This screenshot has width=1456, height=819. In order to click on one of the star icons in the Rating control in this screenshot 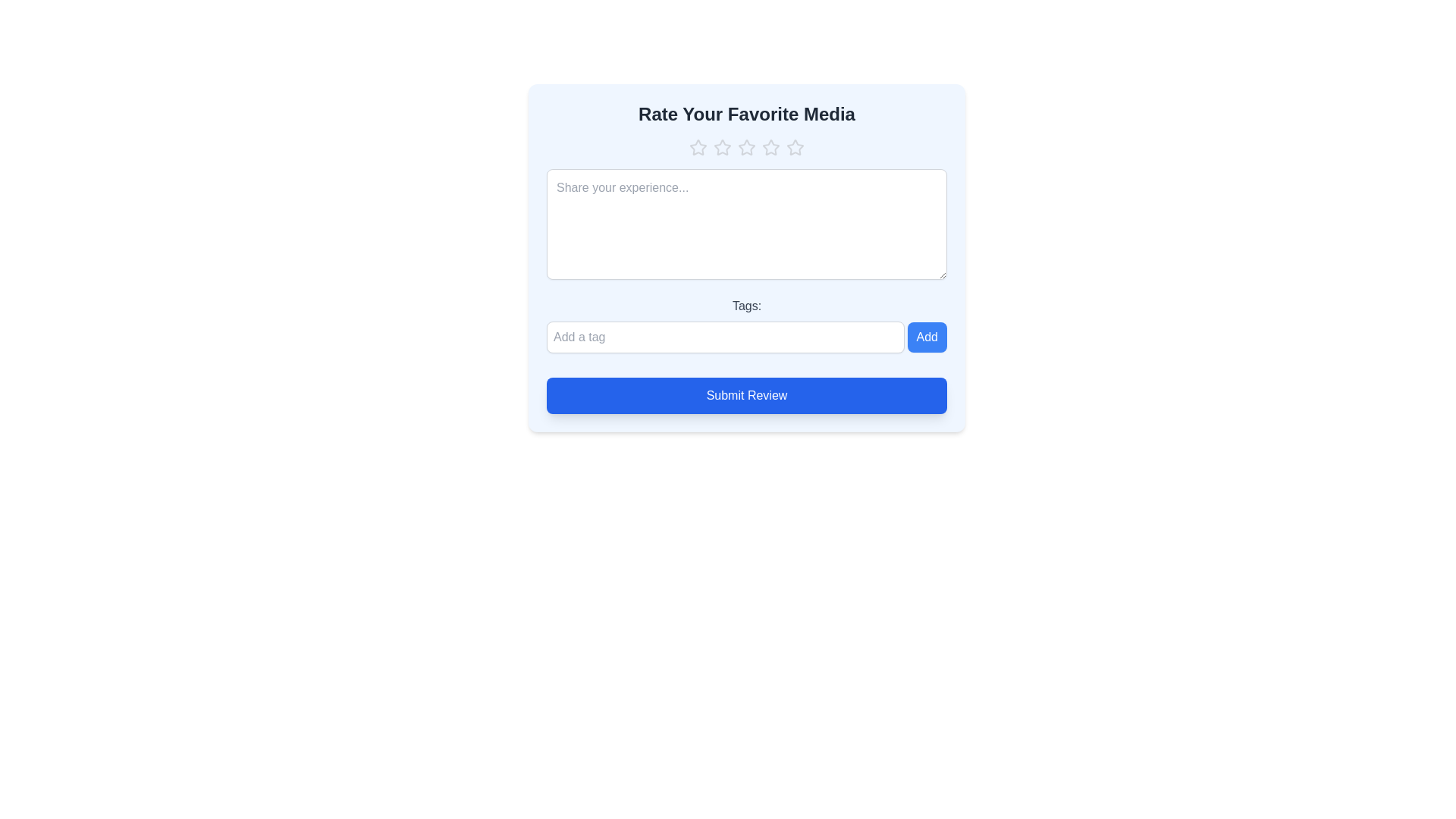, I will do `click(746, 148)`.